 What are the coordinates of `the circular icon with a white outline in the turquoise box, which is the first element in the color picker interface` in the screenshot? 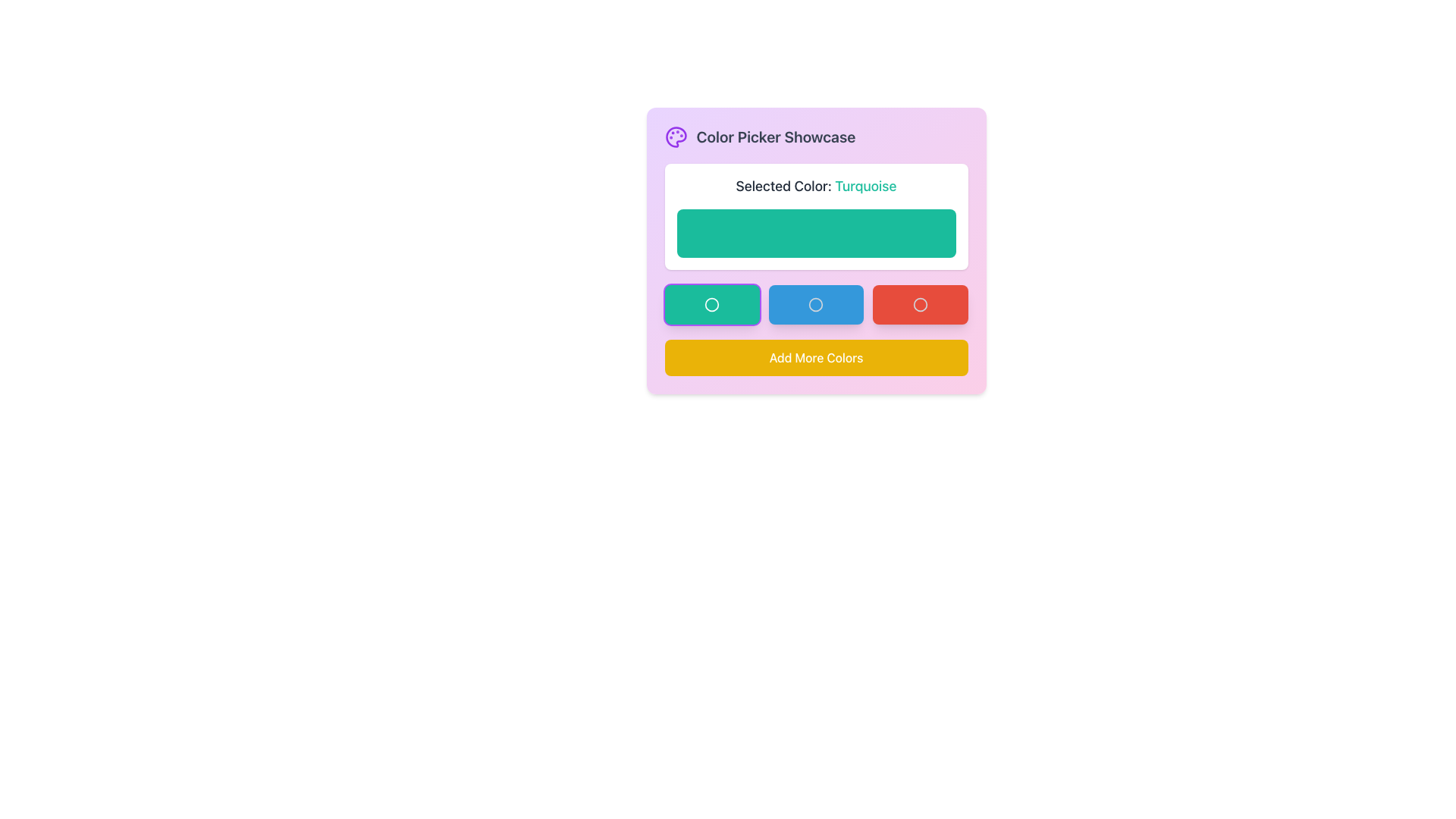 It's located at (711, 304).